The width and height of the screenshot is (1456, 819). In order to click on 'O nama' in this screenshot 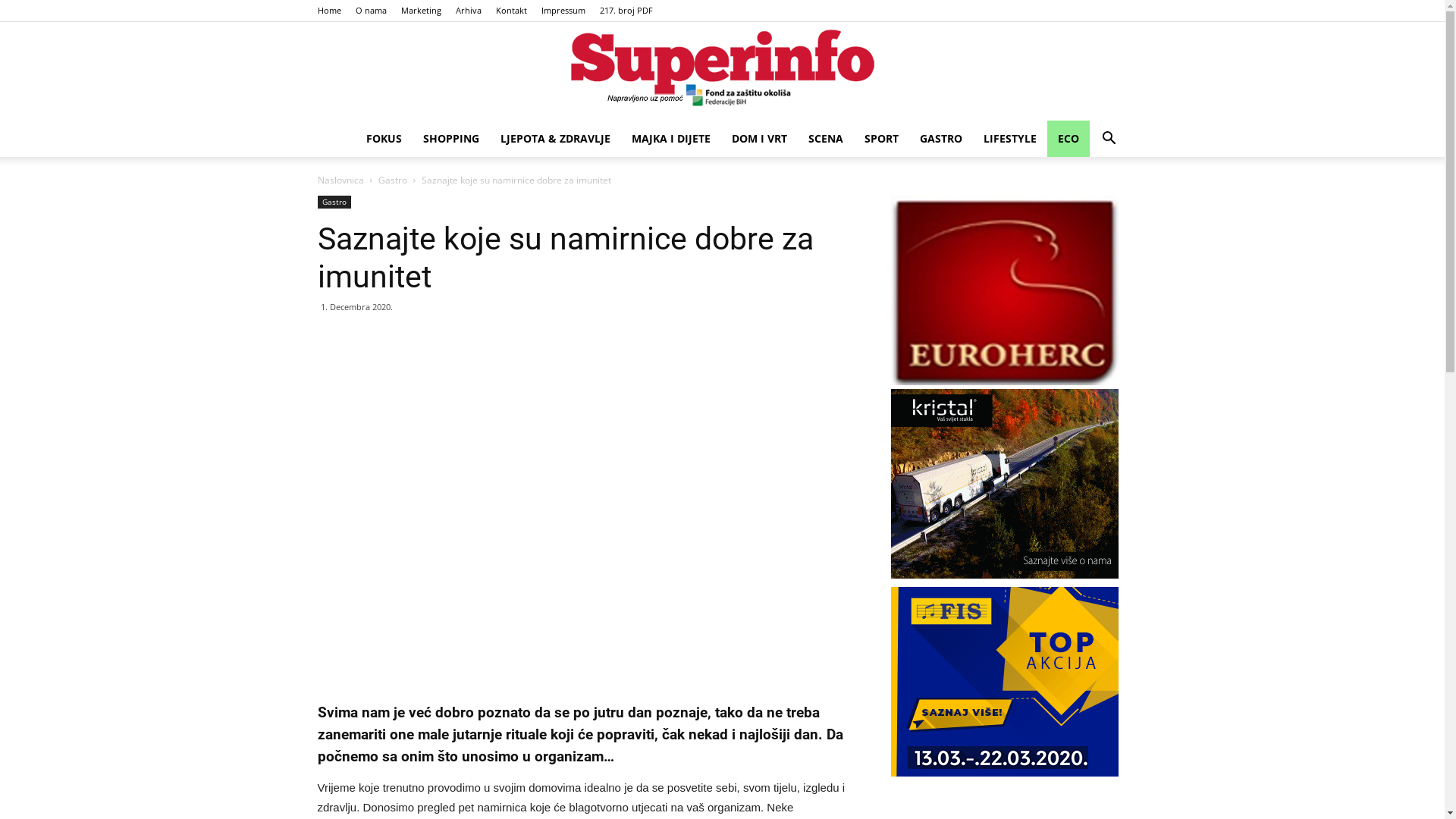, I will do `click(370, 10)`.